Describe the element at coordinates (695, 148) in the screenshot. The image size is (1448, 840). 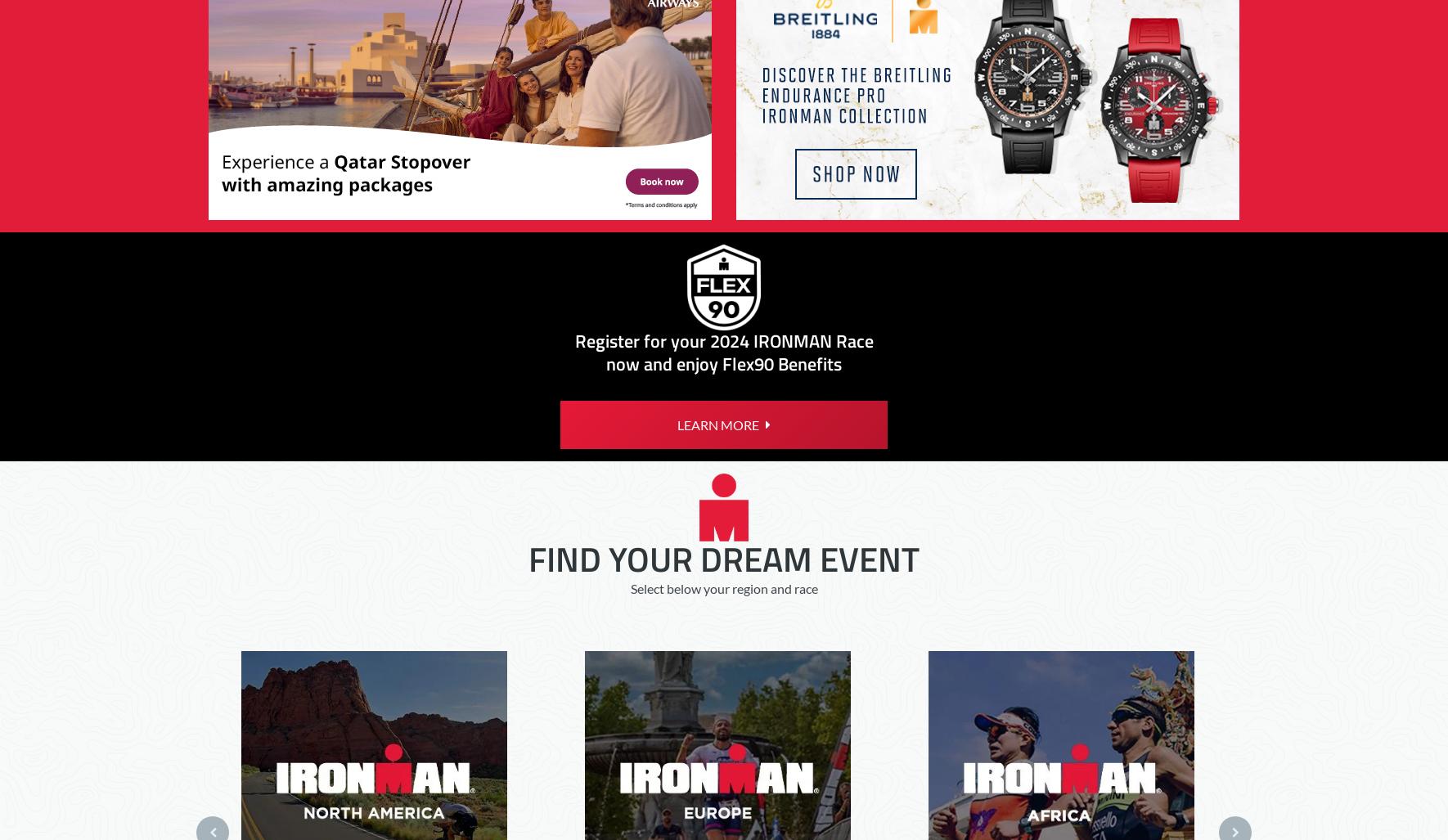
I see `'(SRM) software, but is owned by and subject to the IRONMAN privacy policy.'` at that location.